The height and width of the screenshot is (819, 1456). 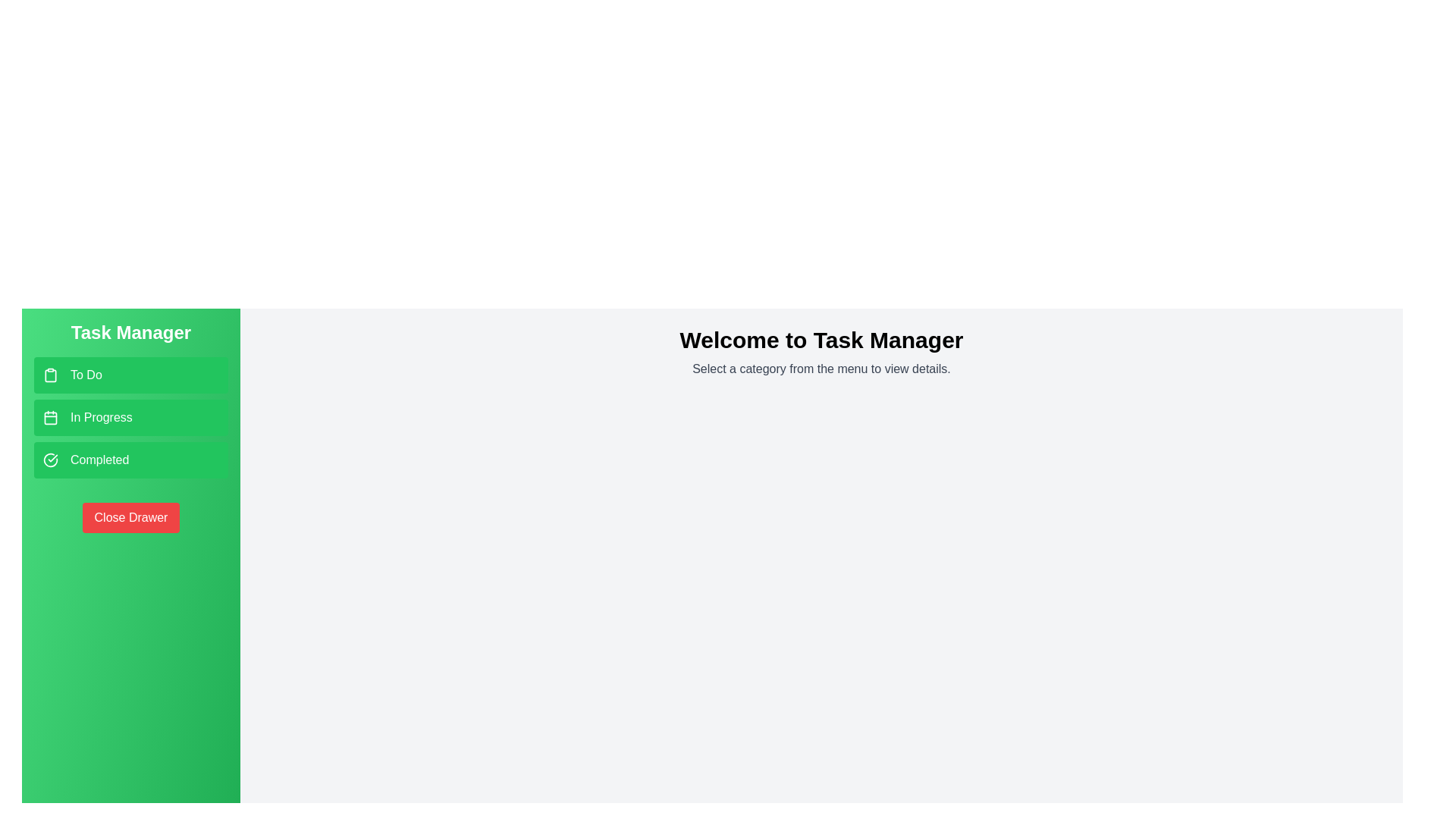 I want to click on the icon next to the category name Completed, so click(x=51, y=459).